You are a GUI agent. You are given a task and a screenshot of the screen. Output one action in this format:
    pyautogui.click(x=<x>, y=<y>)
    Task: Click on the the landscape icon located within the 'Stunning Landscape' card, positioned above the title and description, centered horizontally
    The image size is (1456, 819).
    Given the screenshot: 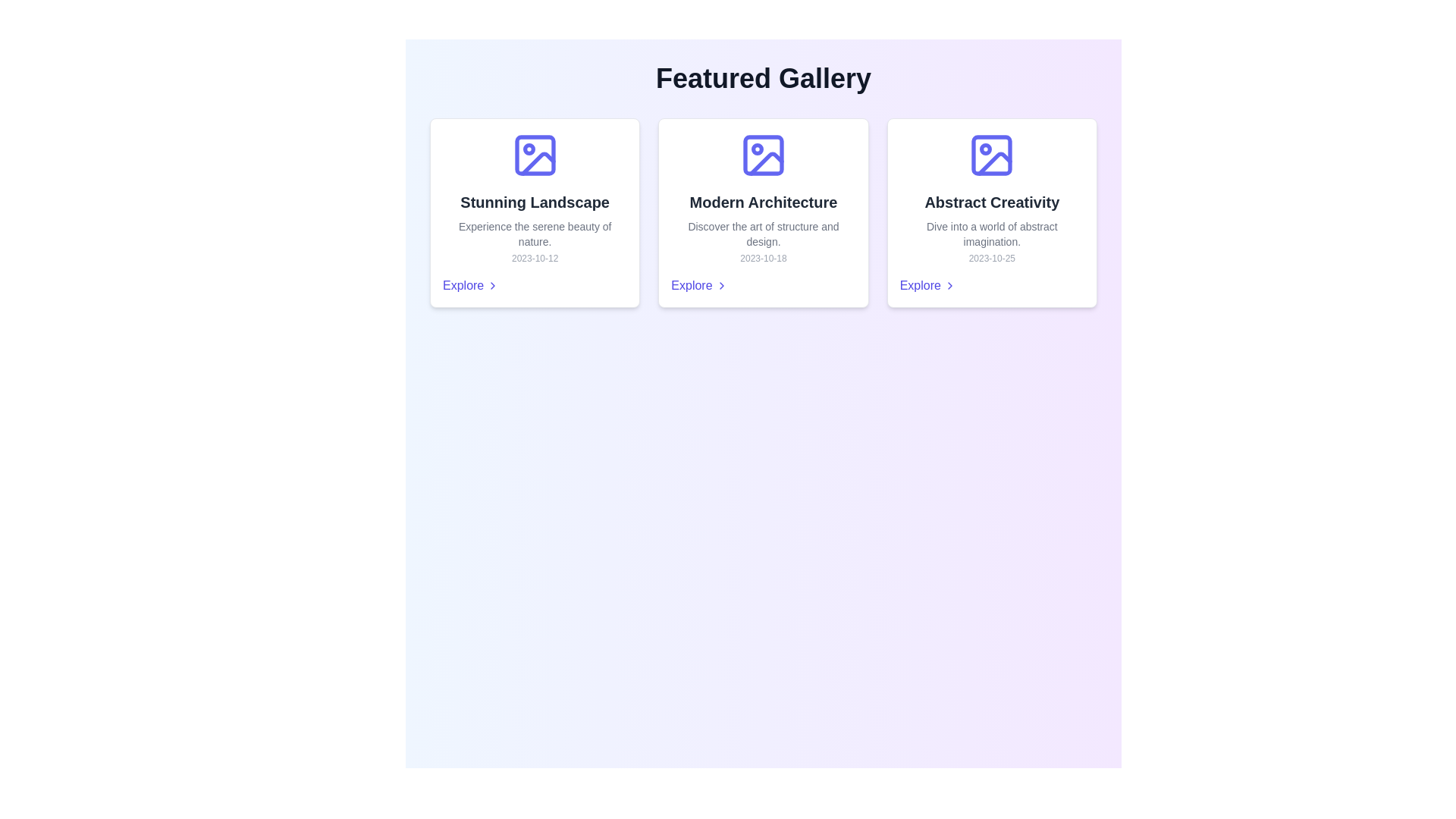 What is the action you would take?
    pyautogui.click(x=535, y=155)
    